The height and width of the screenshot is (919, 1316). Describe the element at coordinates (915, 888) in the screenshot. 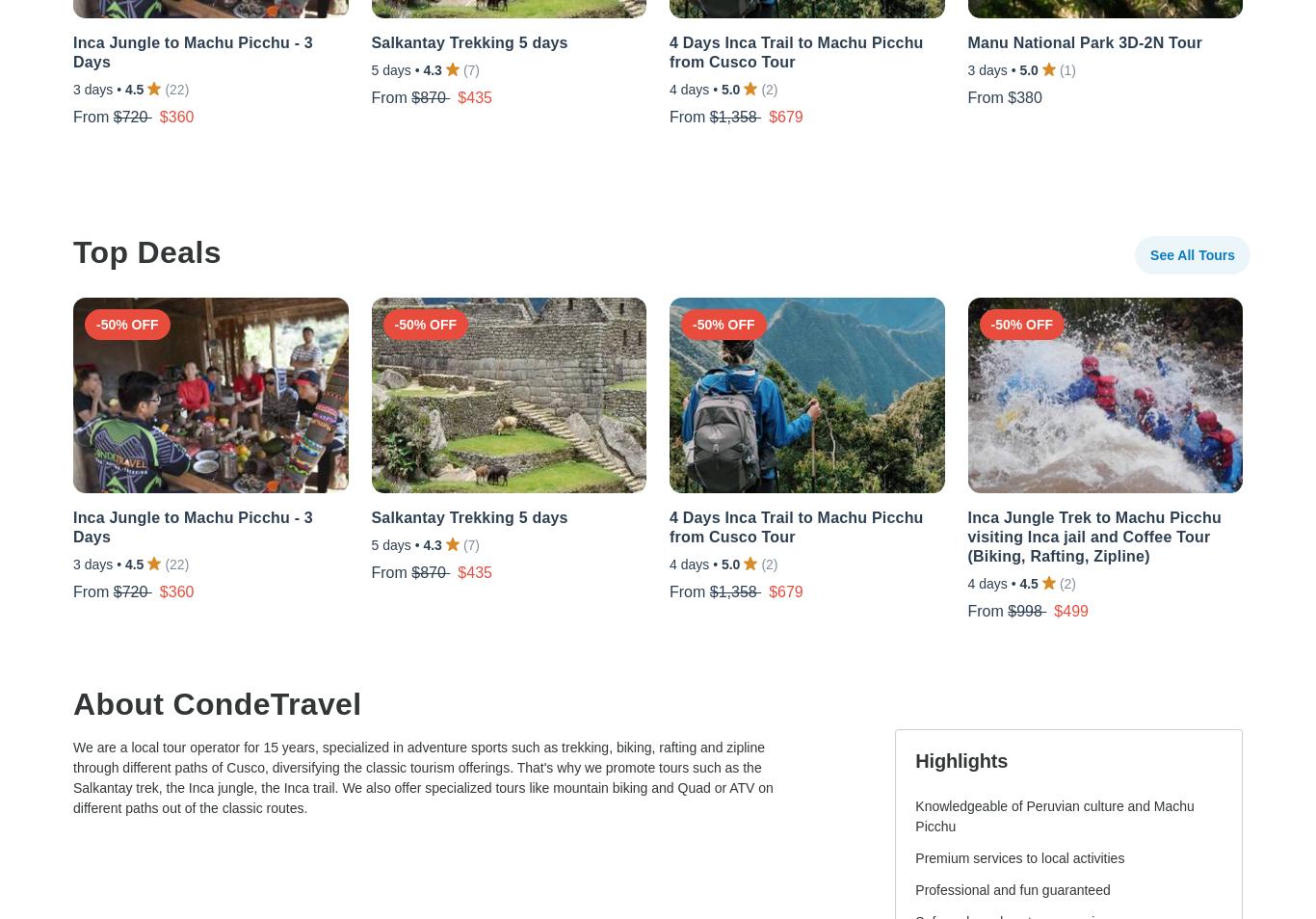

I see `'Professional and fun guaranteed'` at that location.